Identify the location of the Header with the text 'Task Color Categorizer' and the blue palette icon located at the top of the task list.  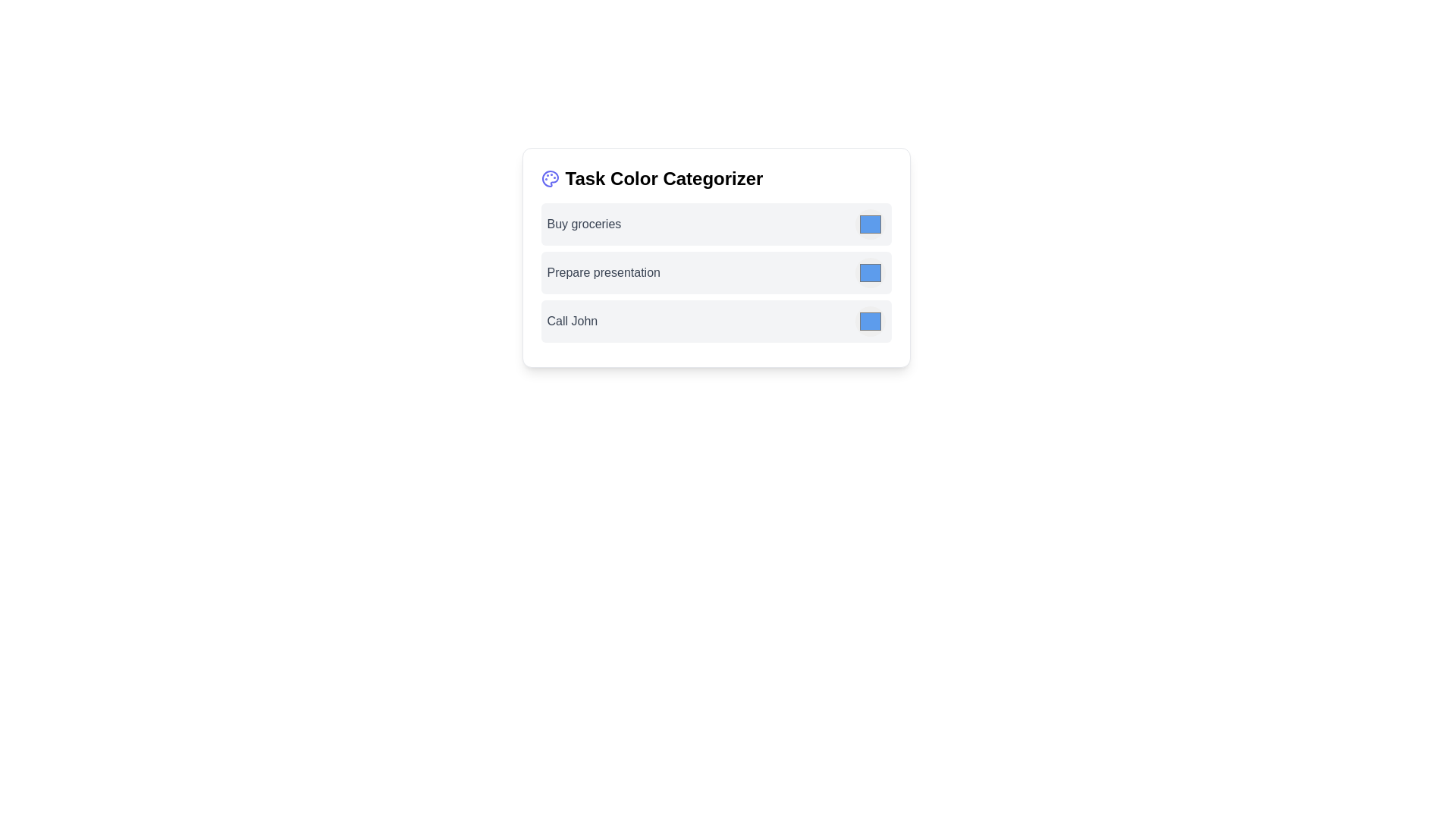
(715, 177).